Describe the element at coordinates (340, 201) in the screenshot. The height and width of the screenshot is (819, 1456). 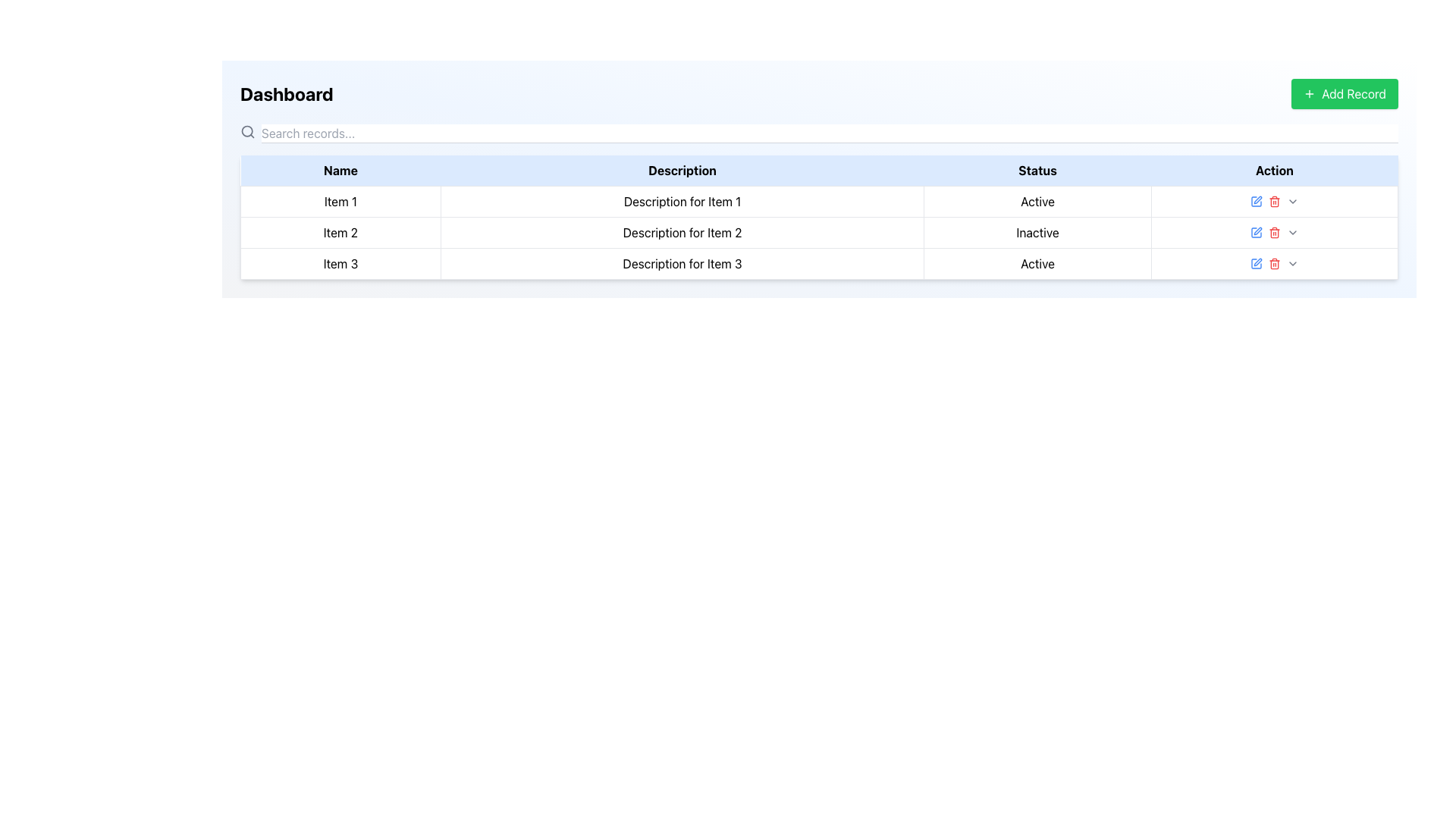
I see `the Text Label displaying 'Item 1' located in the first row under the 'Name' column of the table` at that location.